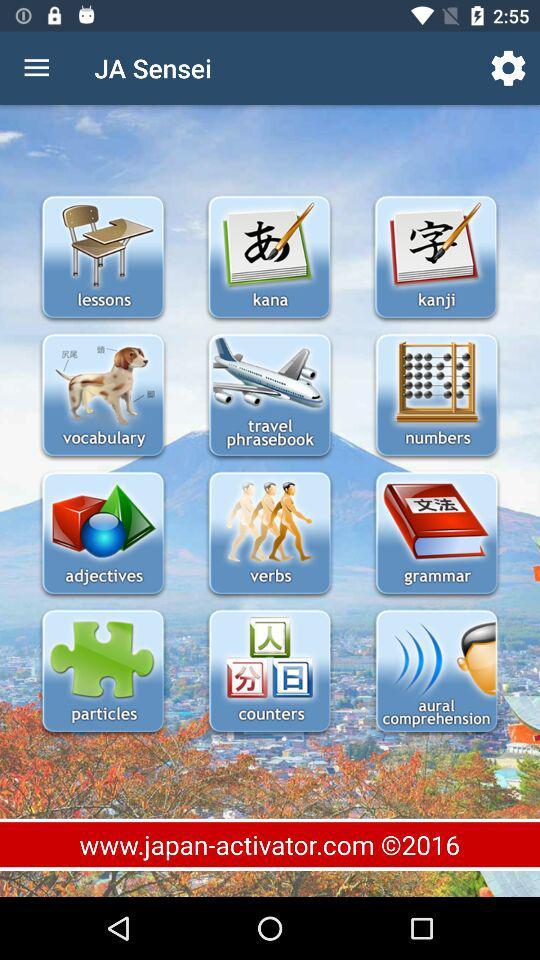  I want to click on study of verbs, so click(269, 534).